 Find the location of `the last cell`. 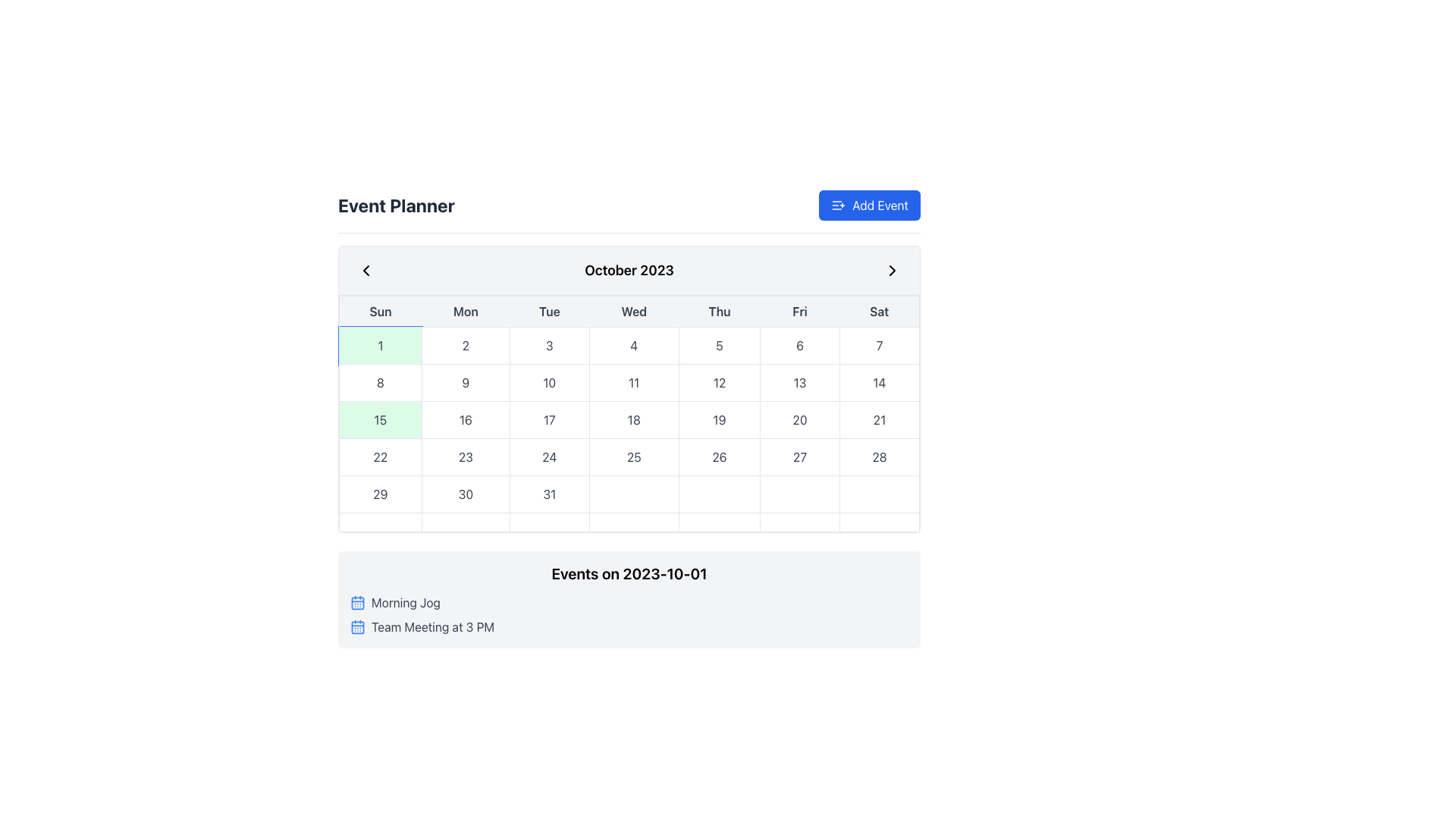

the last cell is located at coordinates (879, 494).